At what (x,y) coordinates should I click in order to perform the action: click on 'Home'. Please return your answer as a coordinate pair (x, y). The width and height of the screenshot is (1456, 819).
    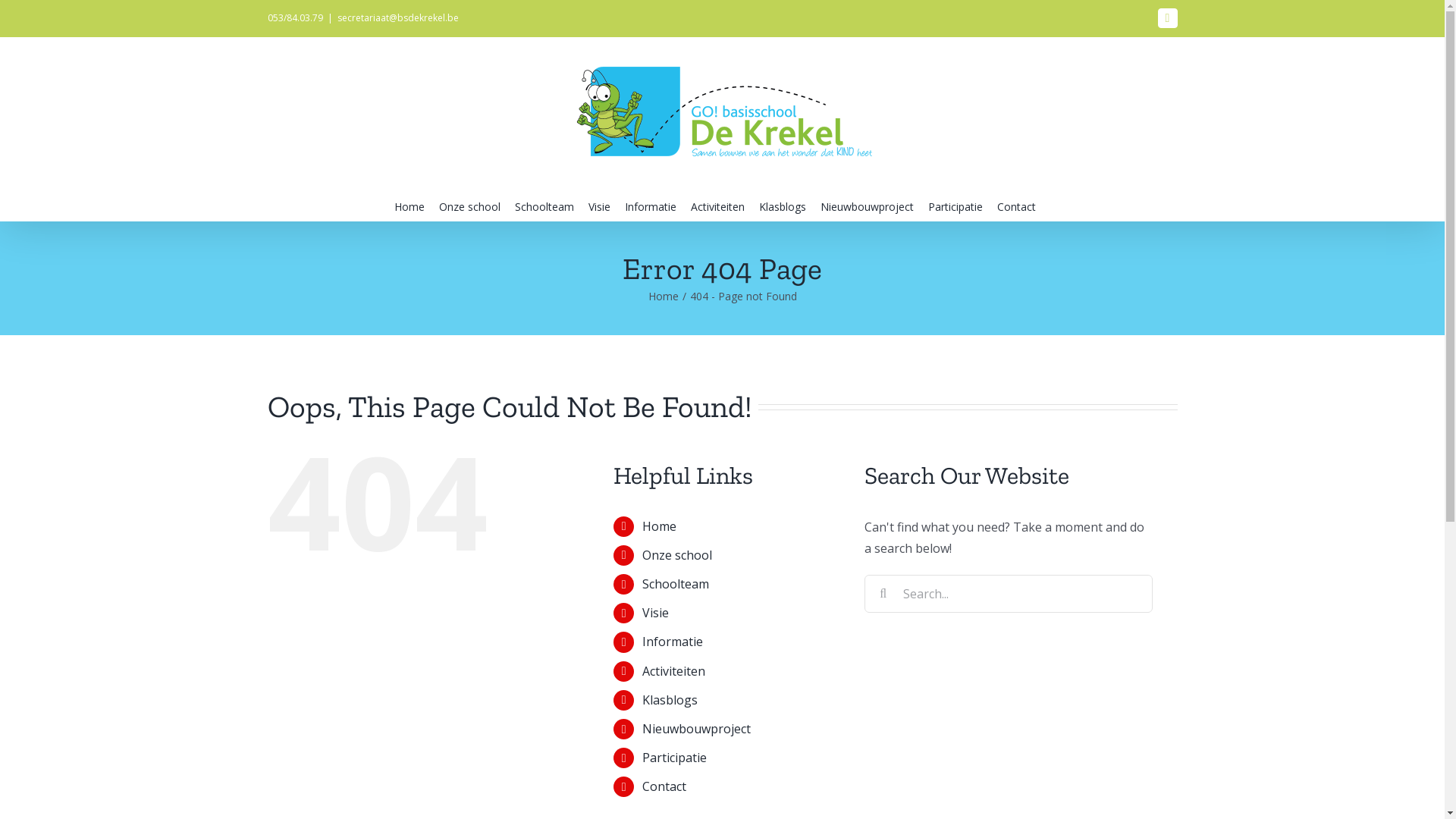
    Looking at the image, I should click on (648, 296).